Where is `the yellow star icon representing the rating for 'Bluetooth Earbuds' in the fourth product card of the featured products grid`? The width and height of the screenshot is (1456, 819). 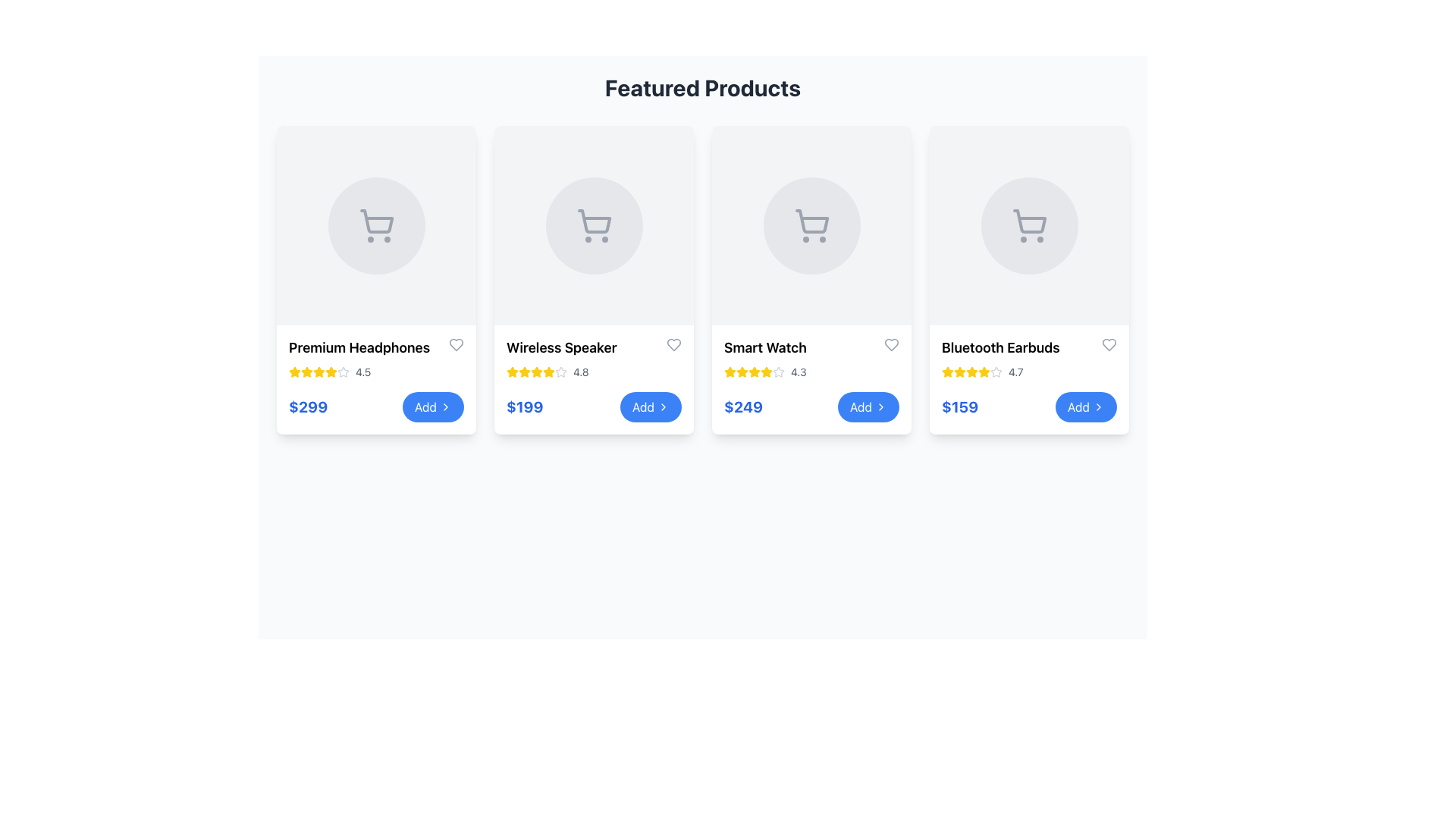 the yellow star icon representing the rating for 'Bluetooth Earbuds' in the fourth product card of the featured products grid is located at coordinates (984, 372).